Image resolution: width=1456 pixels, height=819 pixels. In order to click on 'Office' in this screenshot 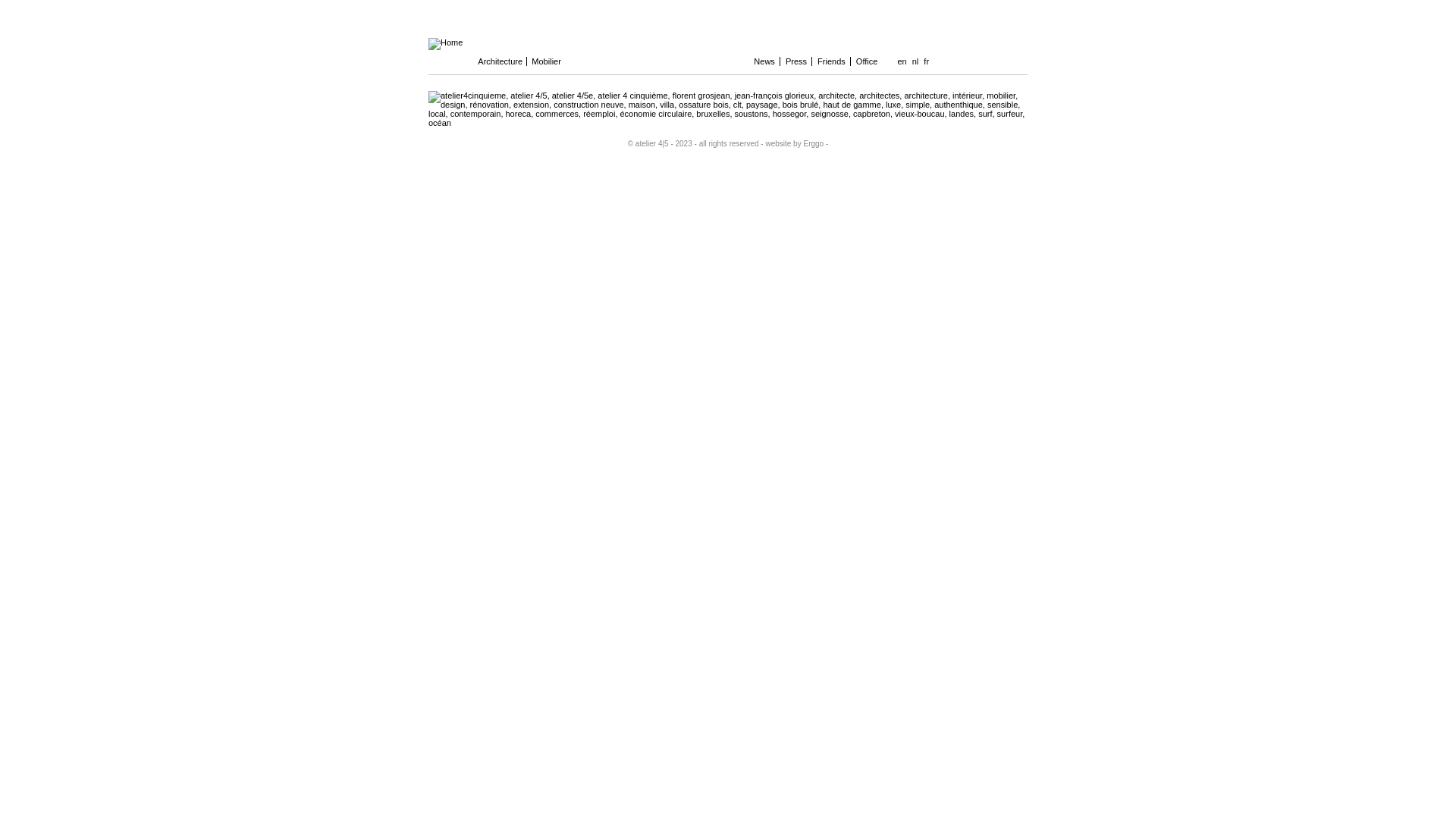, I will do `click(868, 61)`.